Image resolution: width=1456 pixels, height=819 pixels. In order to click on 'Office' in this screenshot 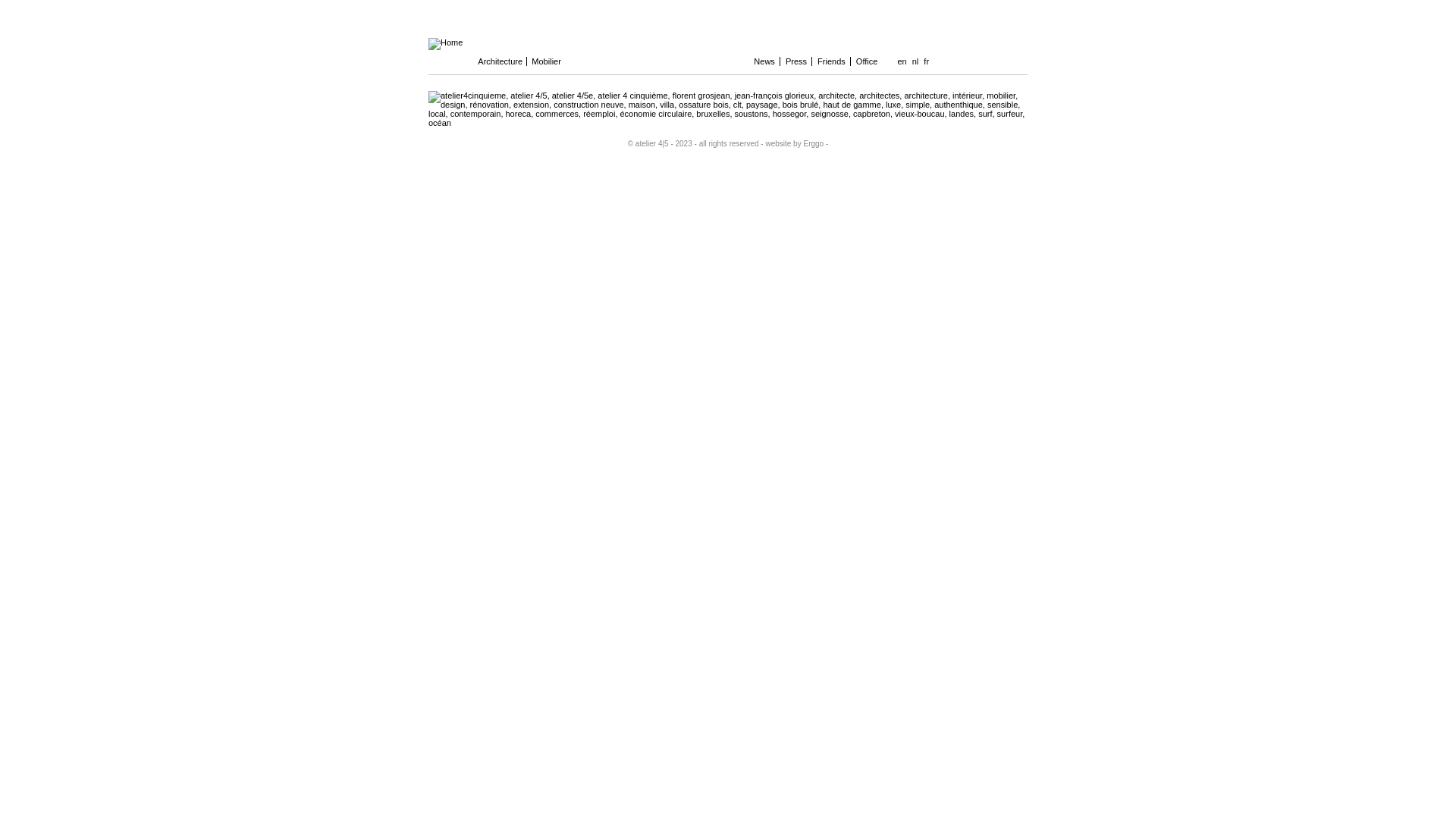, I will do `click(868, 61)`.